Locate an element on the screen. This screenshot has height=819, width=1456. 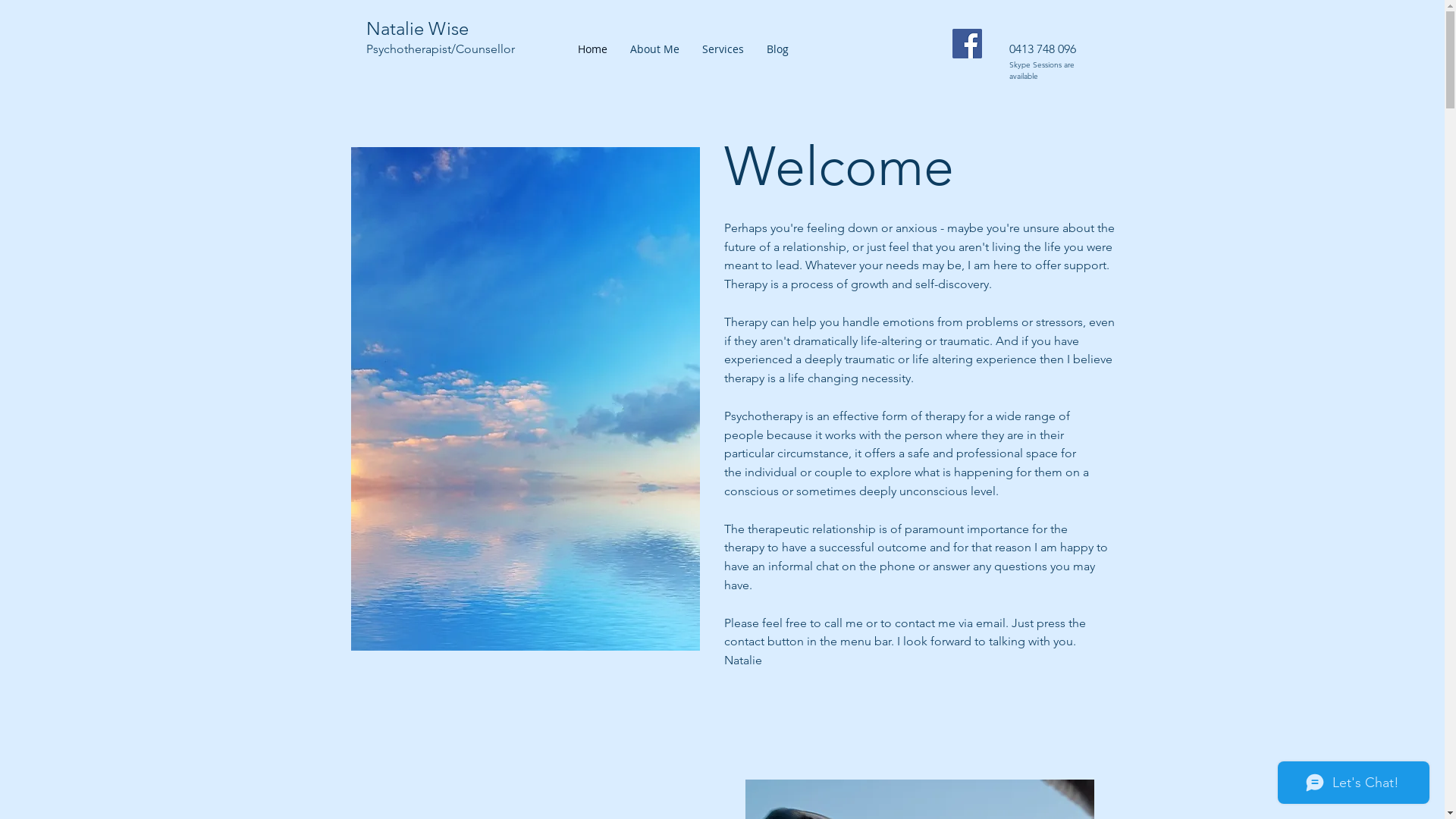
'Services' is located at coordinates (721, 49).